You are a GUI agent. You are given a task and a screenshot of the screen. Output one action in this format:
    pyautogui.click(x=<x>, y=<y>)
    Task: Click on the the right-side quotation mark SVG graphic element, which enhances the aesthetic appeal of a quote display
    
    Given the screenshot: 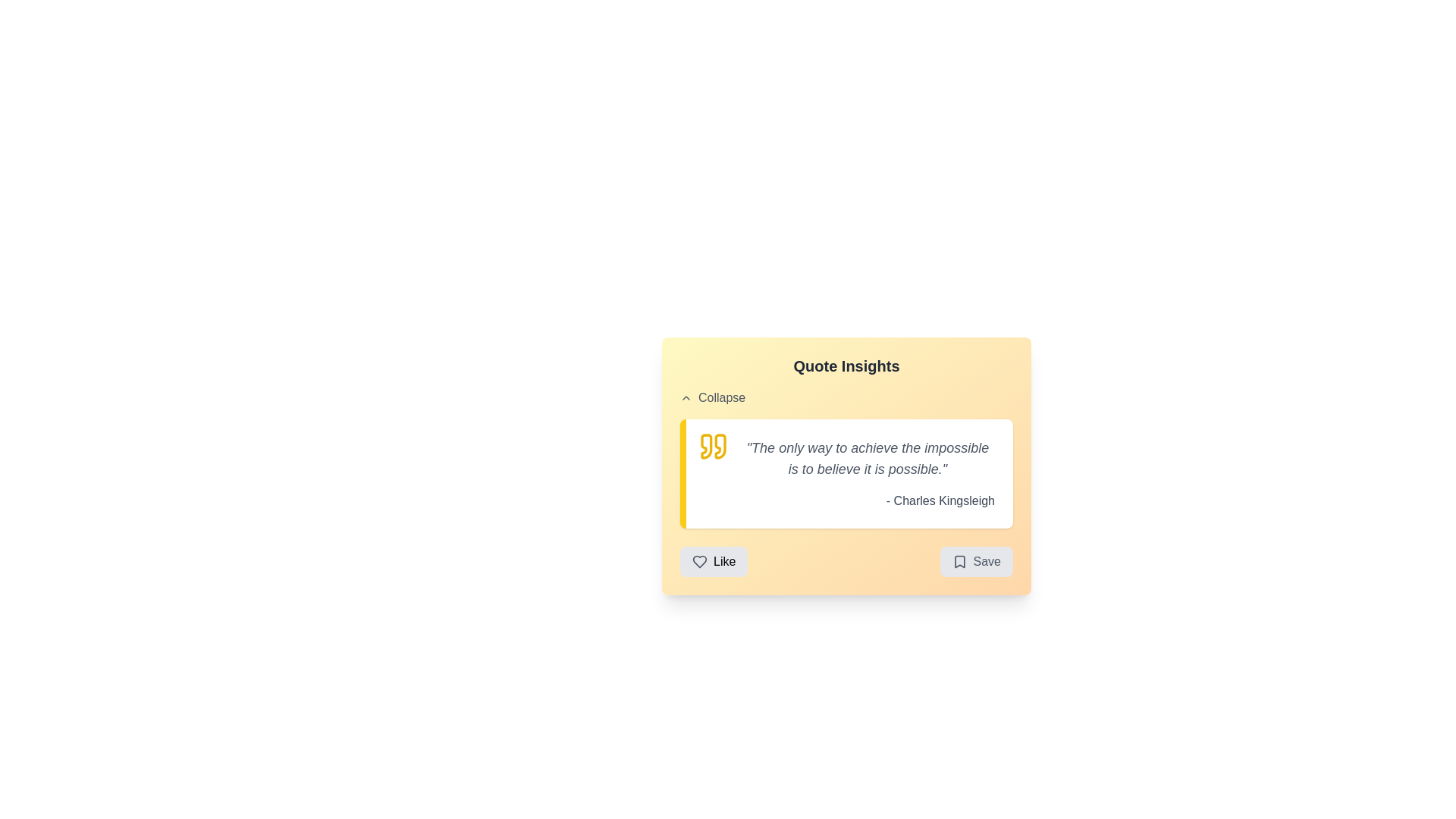 What is the action you would take?
    pyautogui.click(x=720, y=446)
    